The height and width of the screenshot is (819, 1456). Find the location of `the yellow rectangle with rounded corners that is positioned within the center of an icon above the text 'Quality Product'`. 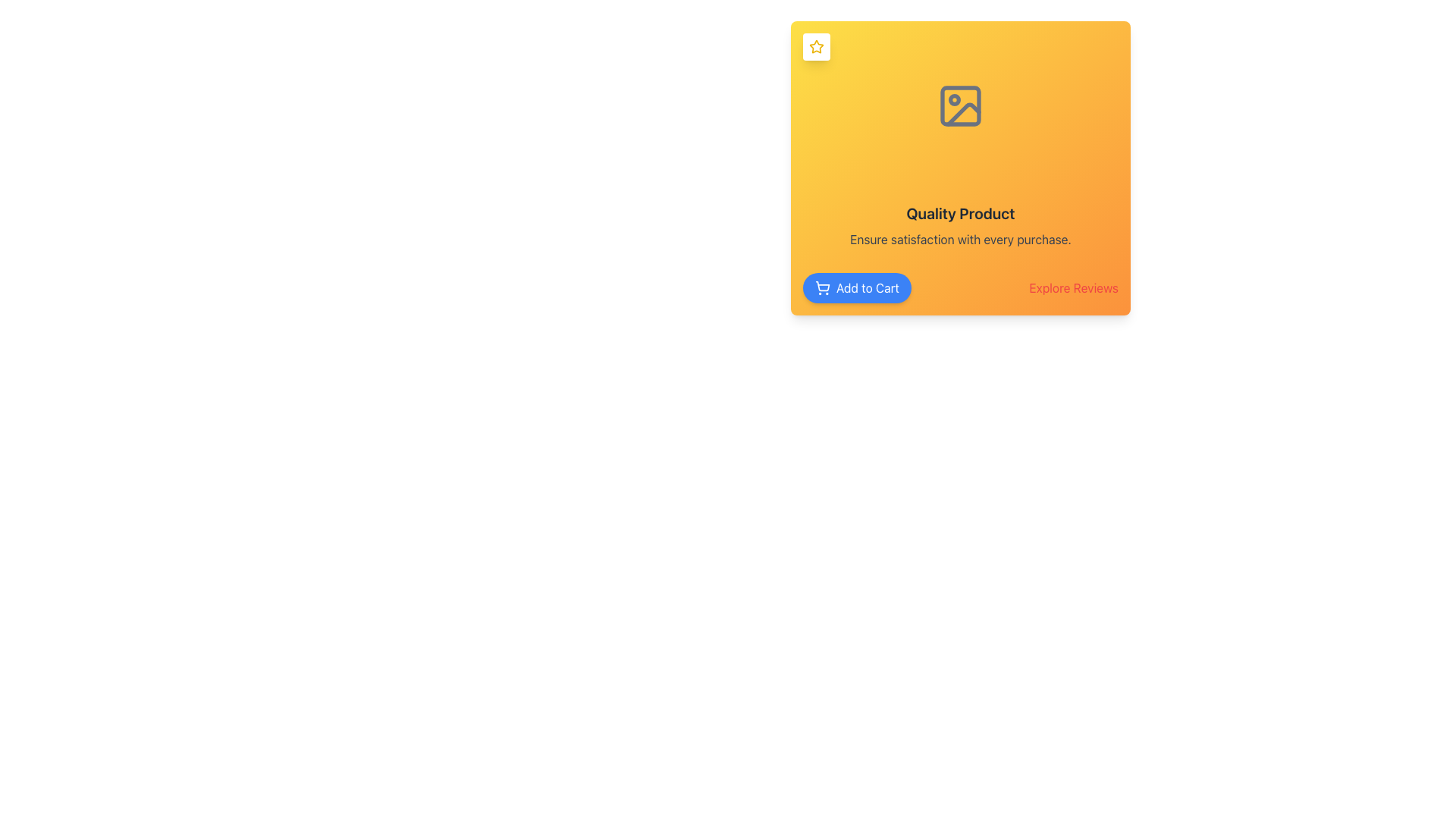

the yellow rectangle with rounded corners that is positioned within the center of an icon above the text 'Quality Product' is located at coordinates (960, 105).